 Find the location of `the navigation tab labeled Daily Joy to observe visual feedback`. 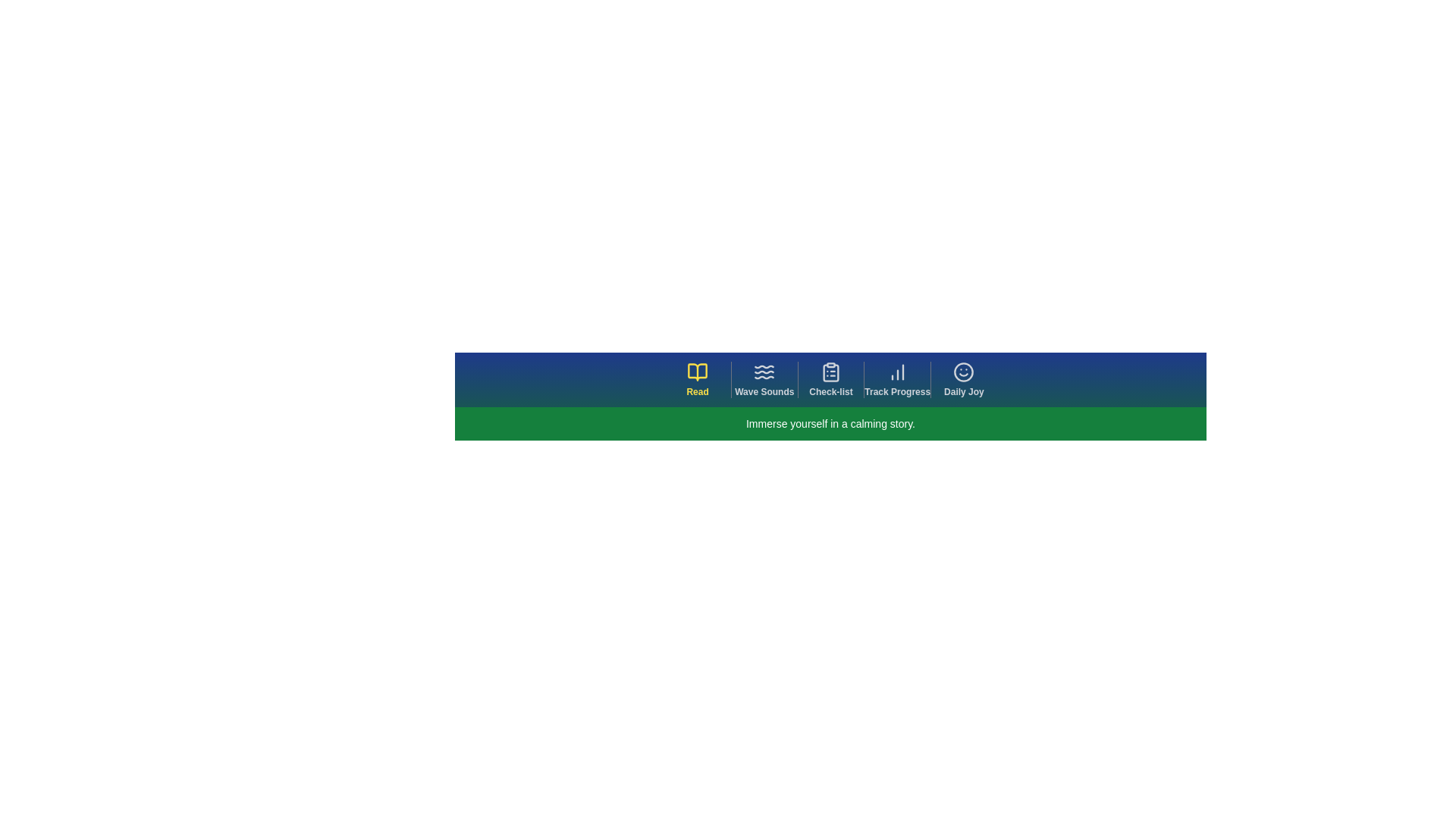

the navigation tab labeled Daily Joy to observe visual feedback is located at coordinates (963, 379).